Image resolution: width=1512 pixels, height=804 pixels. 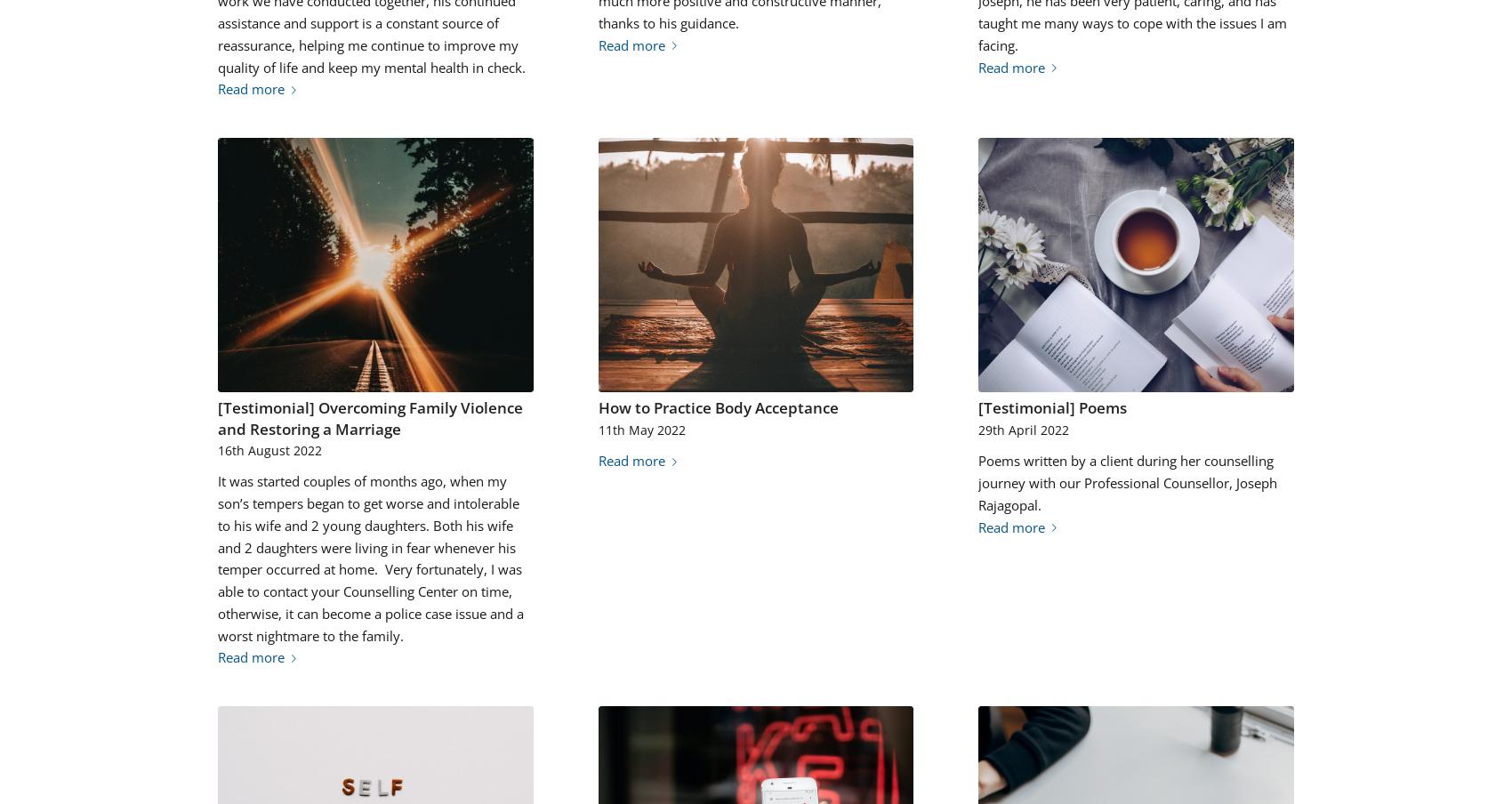 What do you see at coordinates (825, 760) in the screenshot?
I see `'1829'` at bounding box center [825, 760].